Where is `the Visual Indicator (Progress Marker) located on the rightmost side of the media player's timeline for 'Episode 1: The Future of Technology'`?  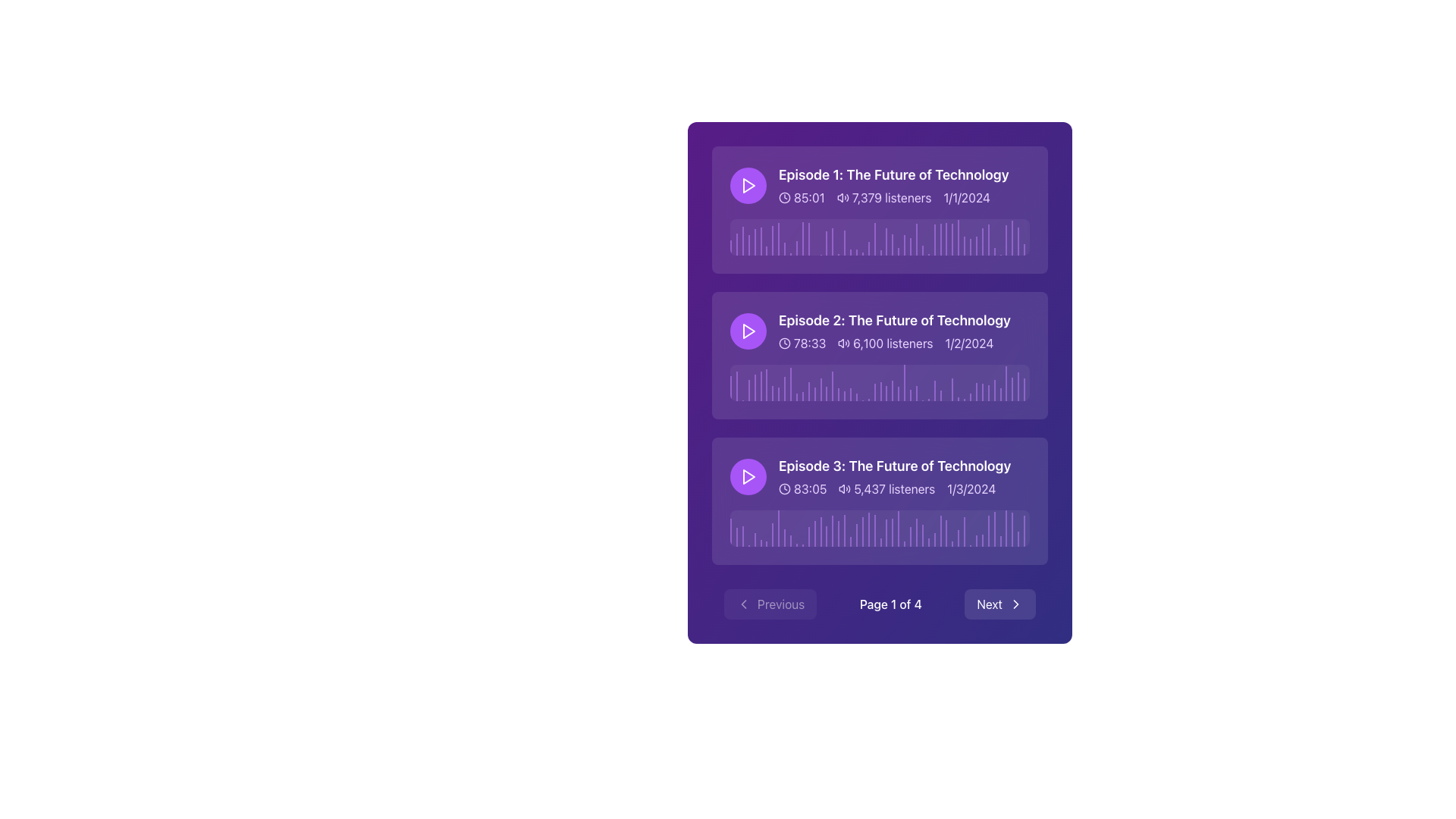
the Visual Indicator (Progress Marker) located on the rightmost side of the media player's timeline for 'Episode 1: The Future of Technology' is located at coordinates (958, 237).